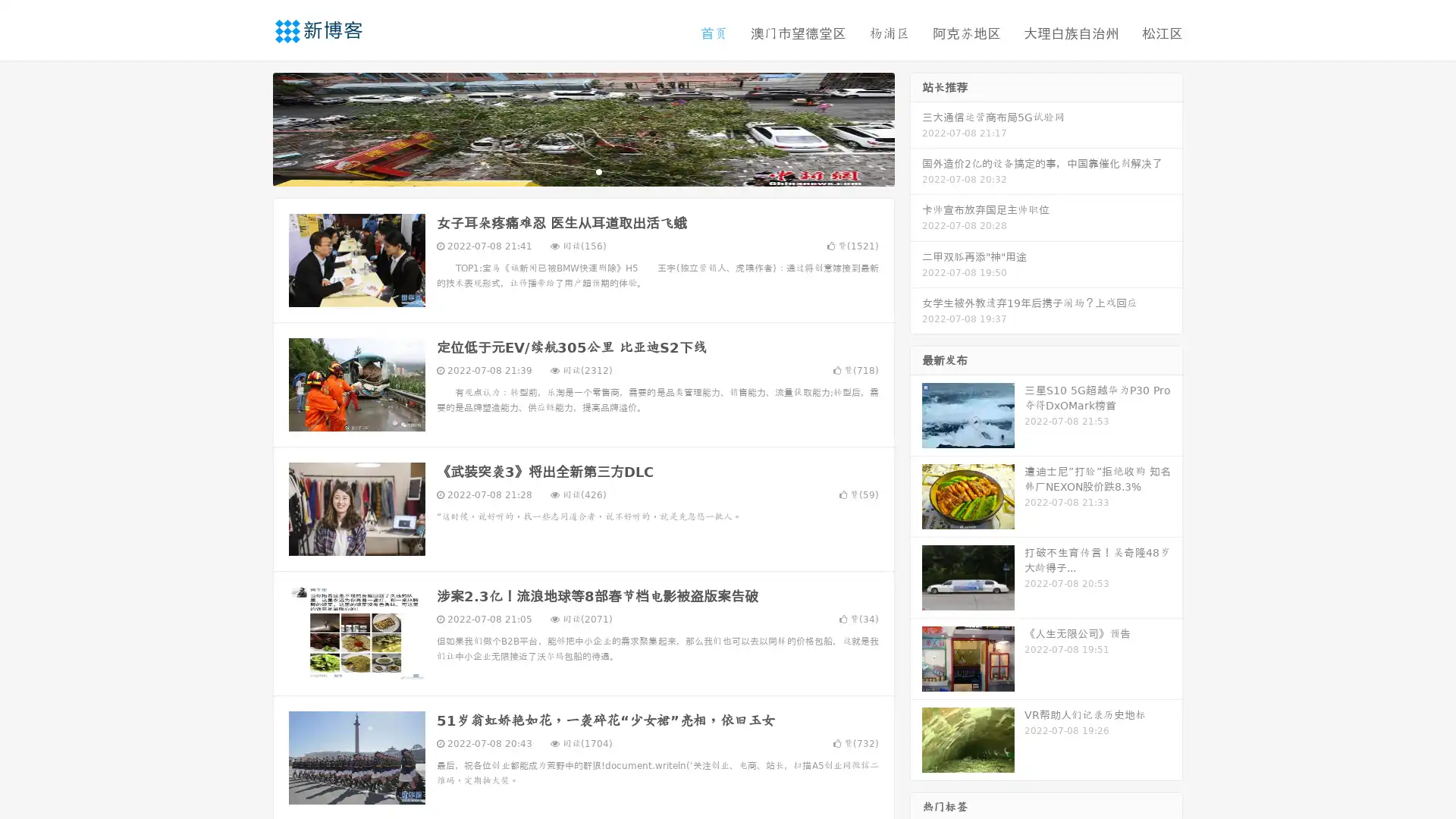 Image resolution: width=1456 pixels, height=819 pixels. What do you see at coordinates (582, 171) in the screenshot?
I see `Go to slide 2` at bounding box center [582, 171].